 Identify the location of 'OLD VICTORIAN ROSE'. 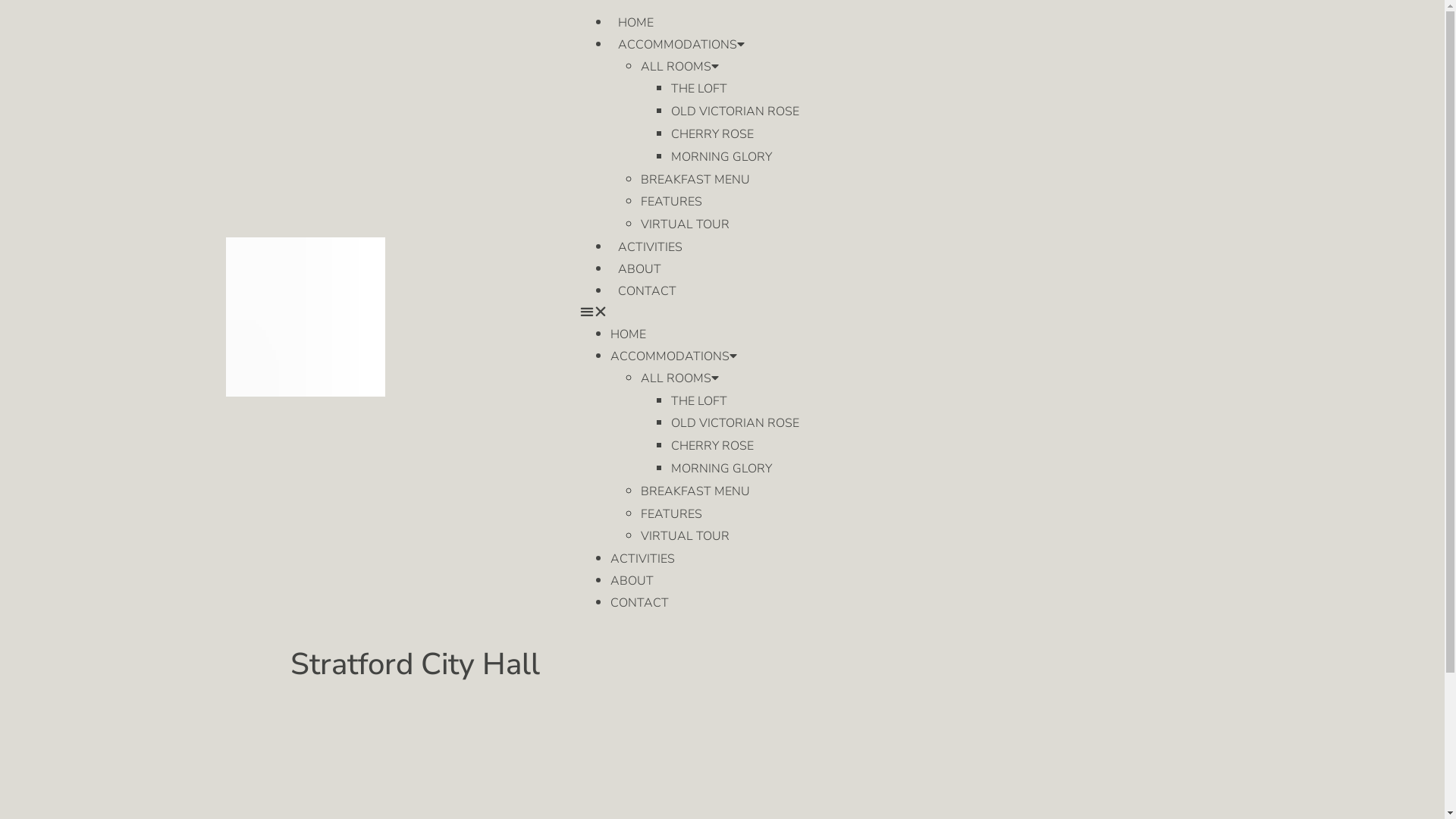
(735, 423).